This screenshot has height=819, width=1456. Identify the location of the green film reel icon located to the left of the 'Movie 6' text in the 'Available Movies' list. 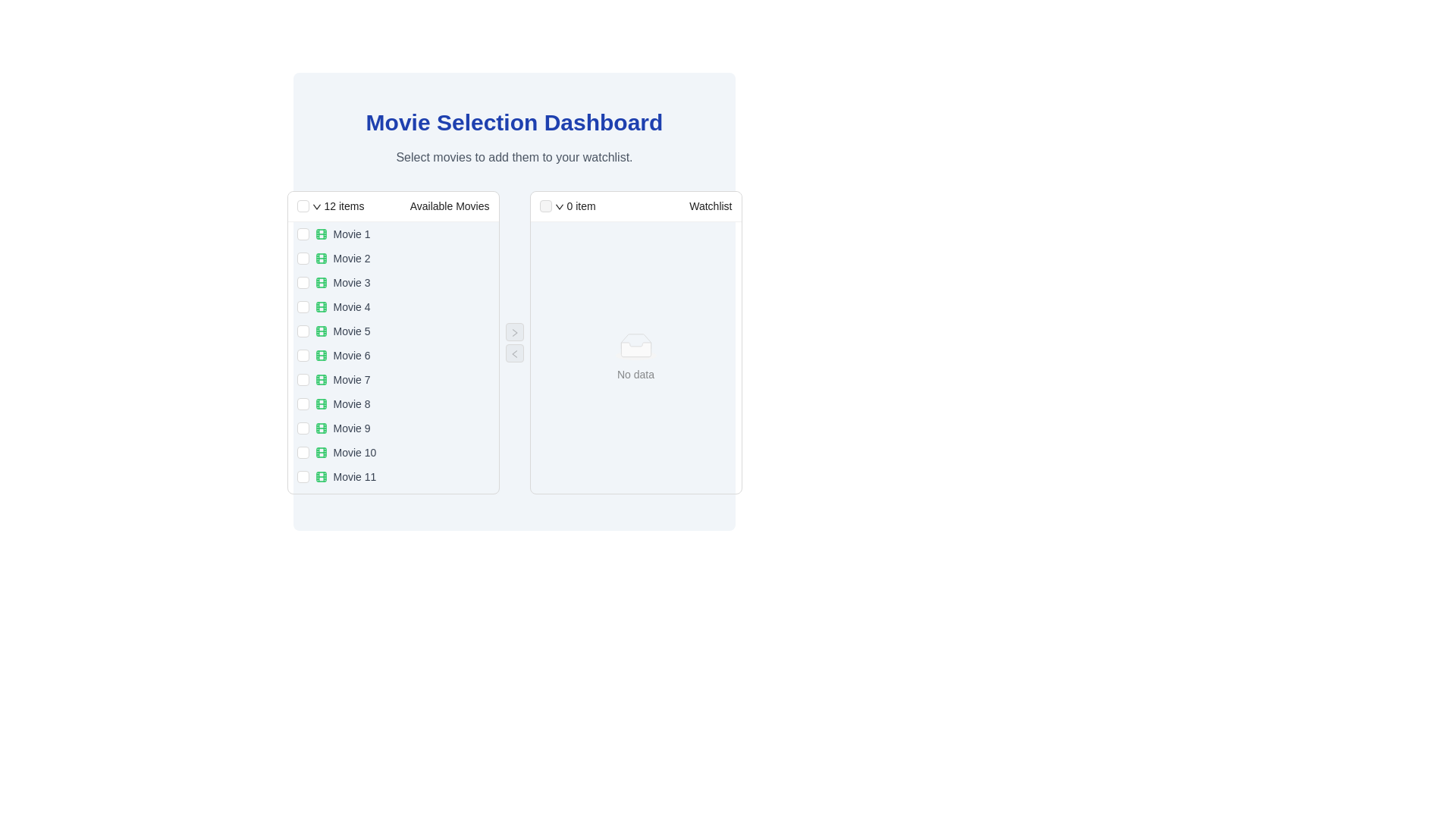
(320, 356).